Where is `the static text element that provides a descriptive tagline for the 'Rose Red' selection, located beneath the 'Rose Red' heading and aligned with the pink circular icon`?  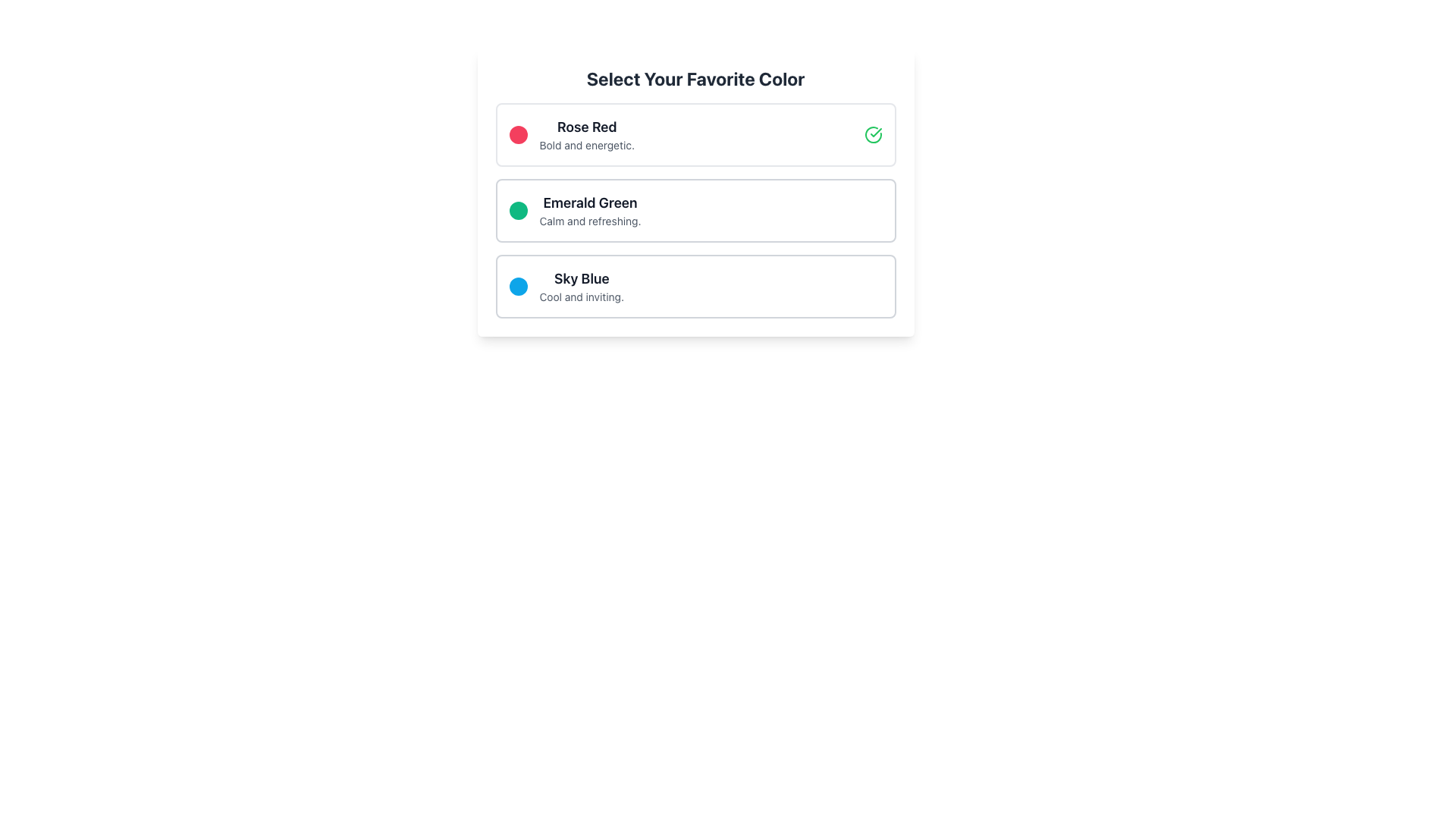
the static text element that provides a descriptive tagline for the 'Rose Red' selection, located beneath the 'Rose Red' heading and aligned with the pink circular icon is located at coordinates (586, 146).